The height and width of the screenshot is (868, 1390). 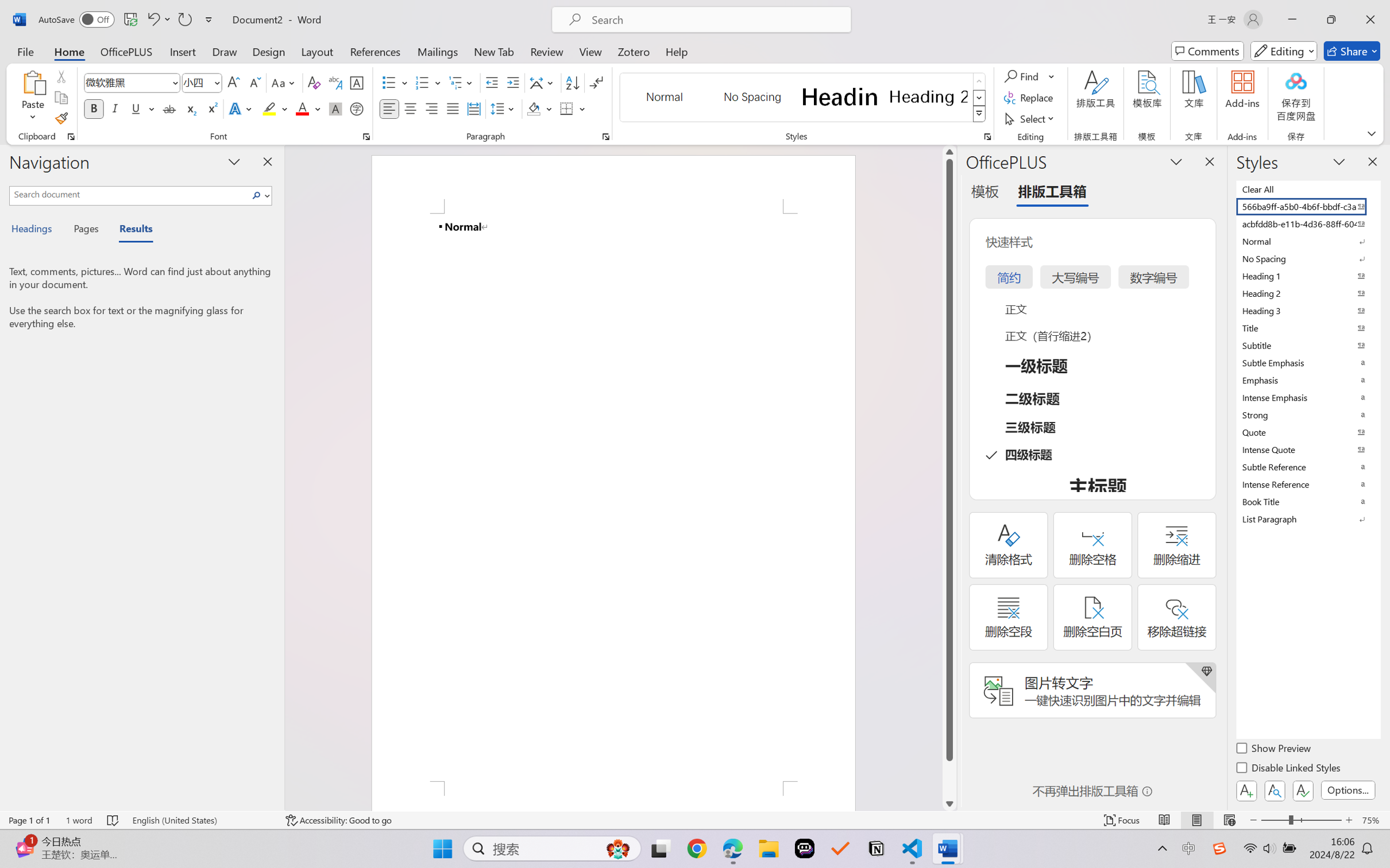 I want to click on 'Search document', so click(x=129, y=193).